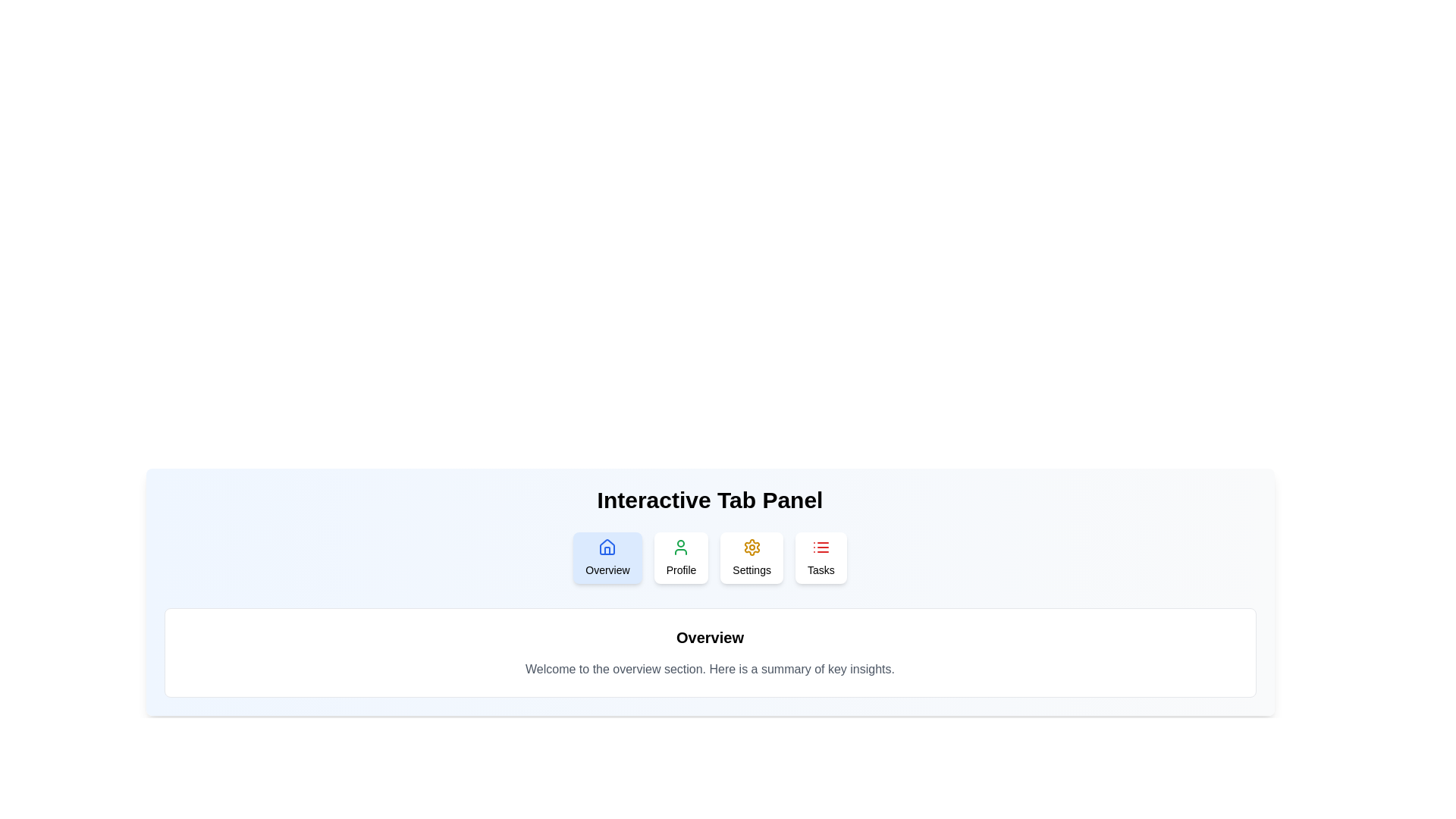 The height and width of the screenshot is (819, 1456). I want to click on the Overview tab to view its content, so click(607, 558).